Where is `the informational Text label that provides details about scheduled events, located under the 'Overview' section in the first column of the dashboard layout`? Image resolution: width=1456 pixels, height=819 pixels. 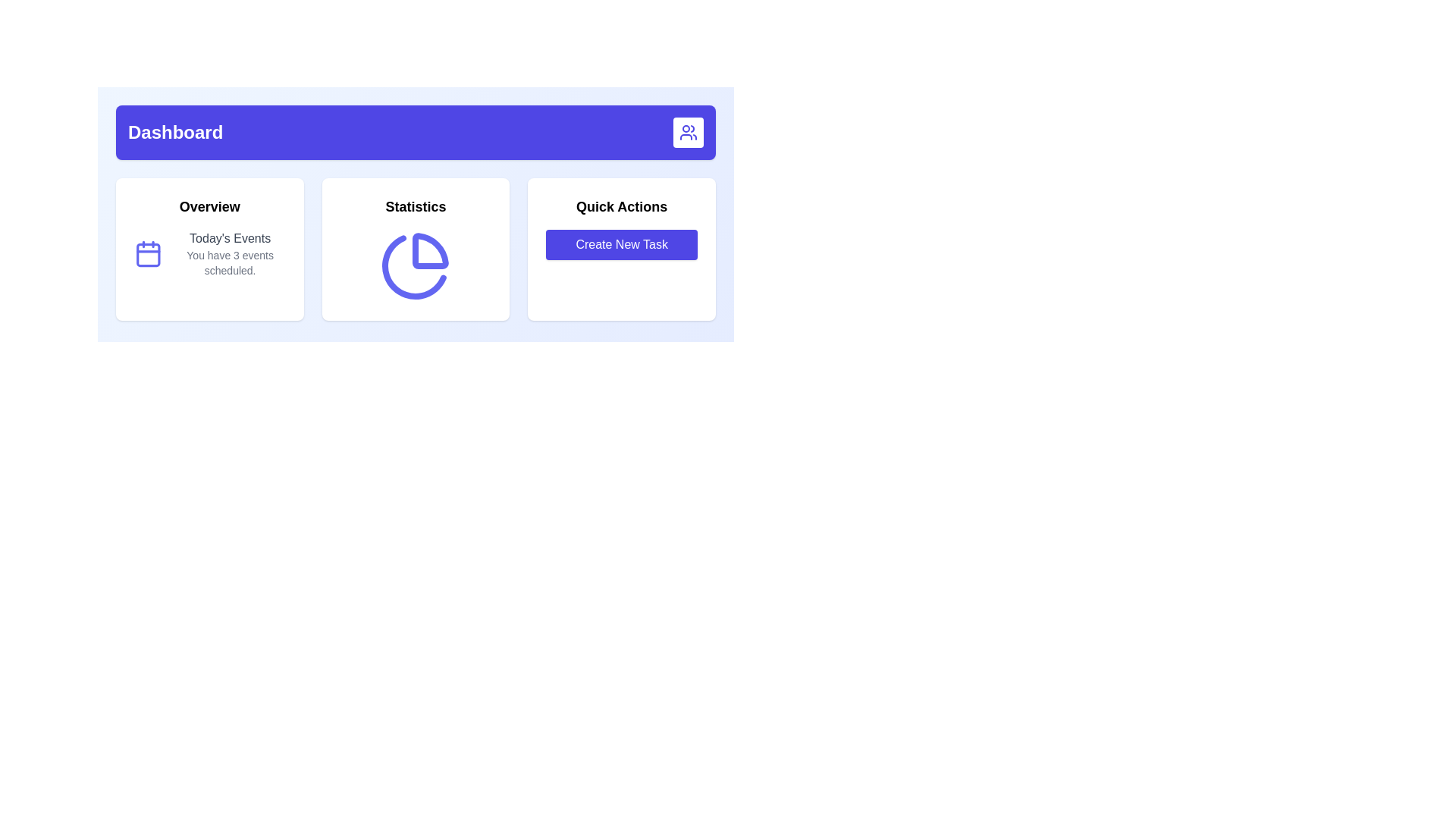
the informational Text label that provides details about scheduled events, located under the 'Overview' section in the first column of the dashboard layout is located at coordinates (229, 262).